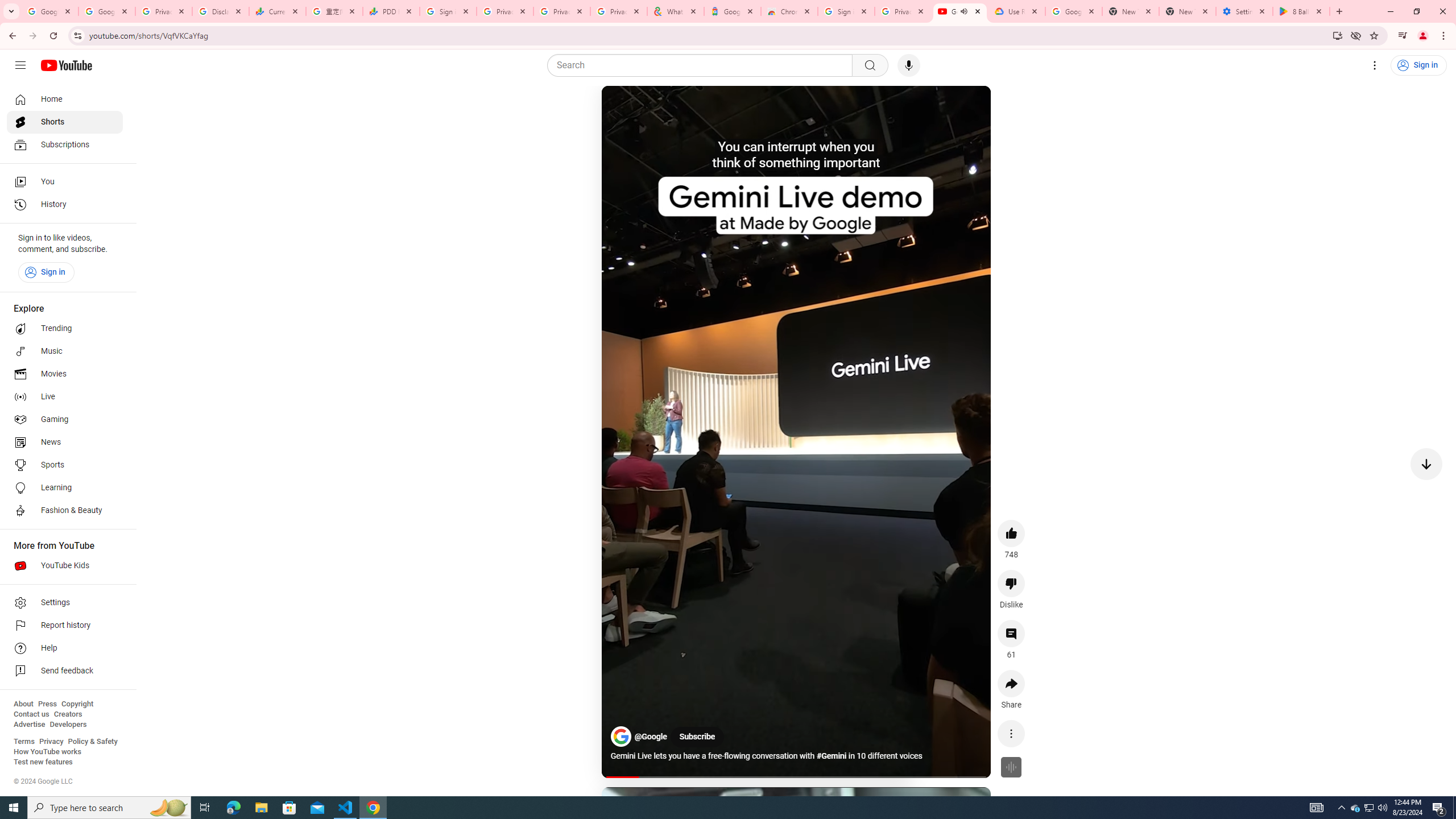 The width and height of the screenshot is (1456, 819). What do you see at coordinates (832, 756) in the screenshot?
I see `'#Gemini'` at bounding box center [832, 756].